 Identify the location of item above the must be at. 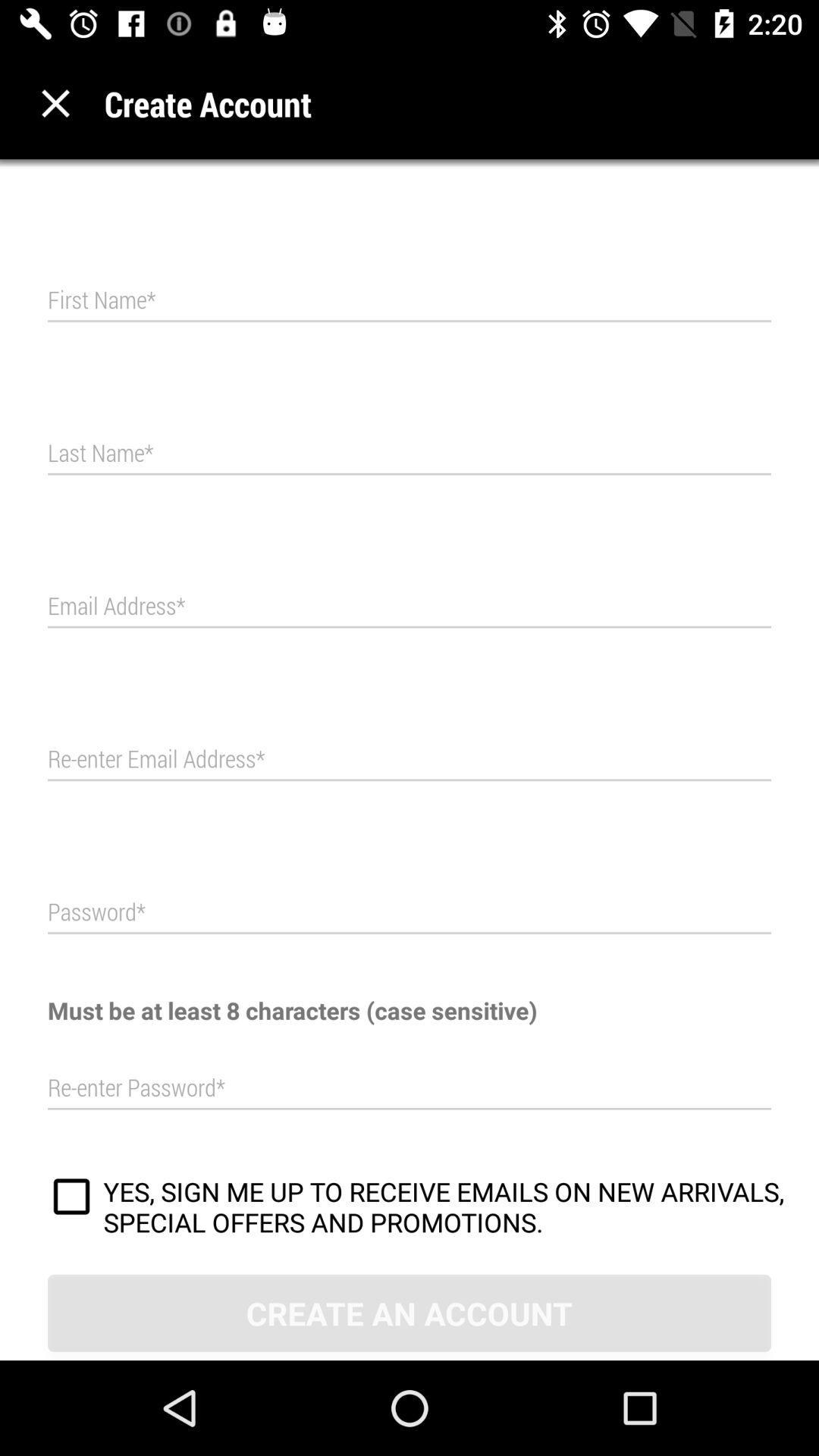
(409, 912).